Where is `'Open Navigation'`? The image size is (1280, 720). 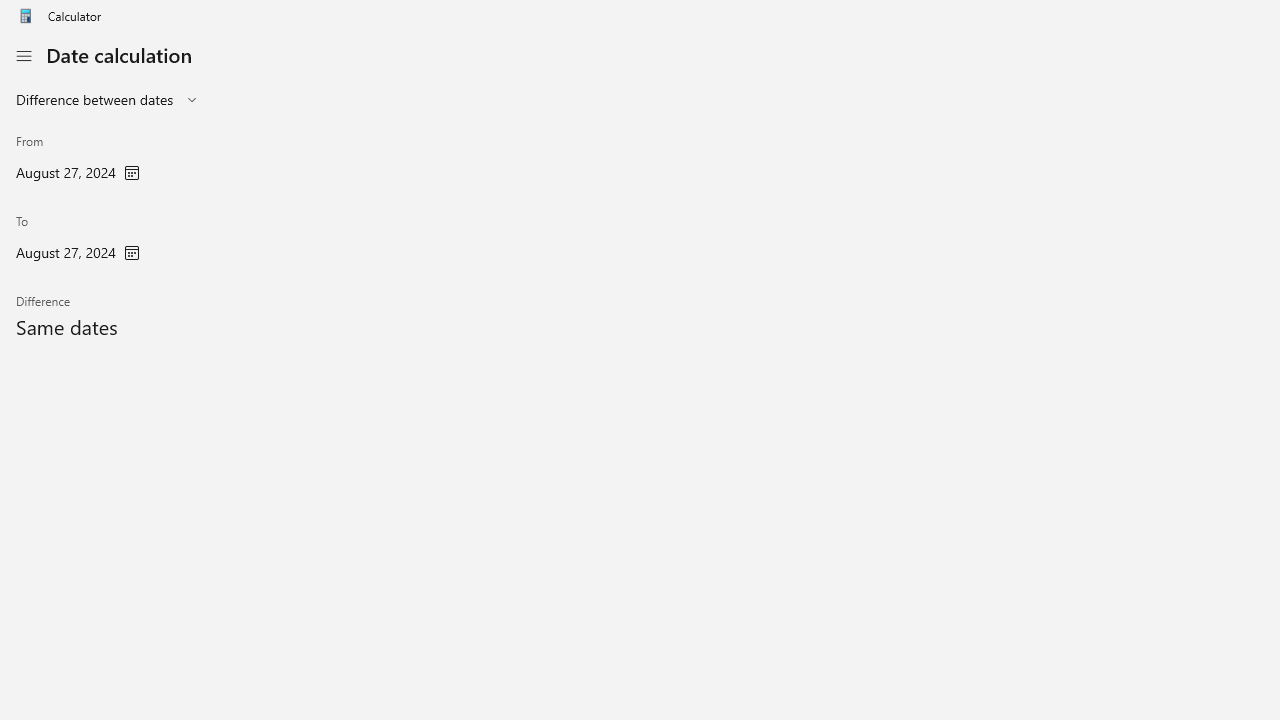 'Open Navigation' is located at coordinates (23, 55).